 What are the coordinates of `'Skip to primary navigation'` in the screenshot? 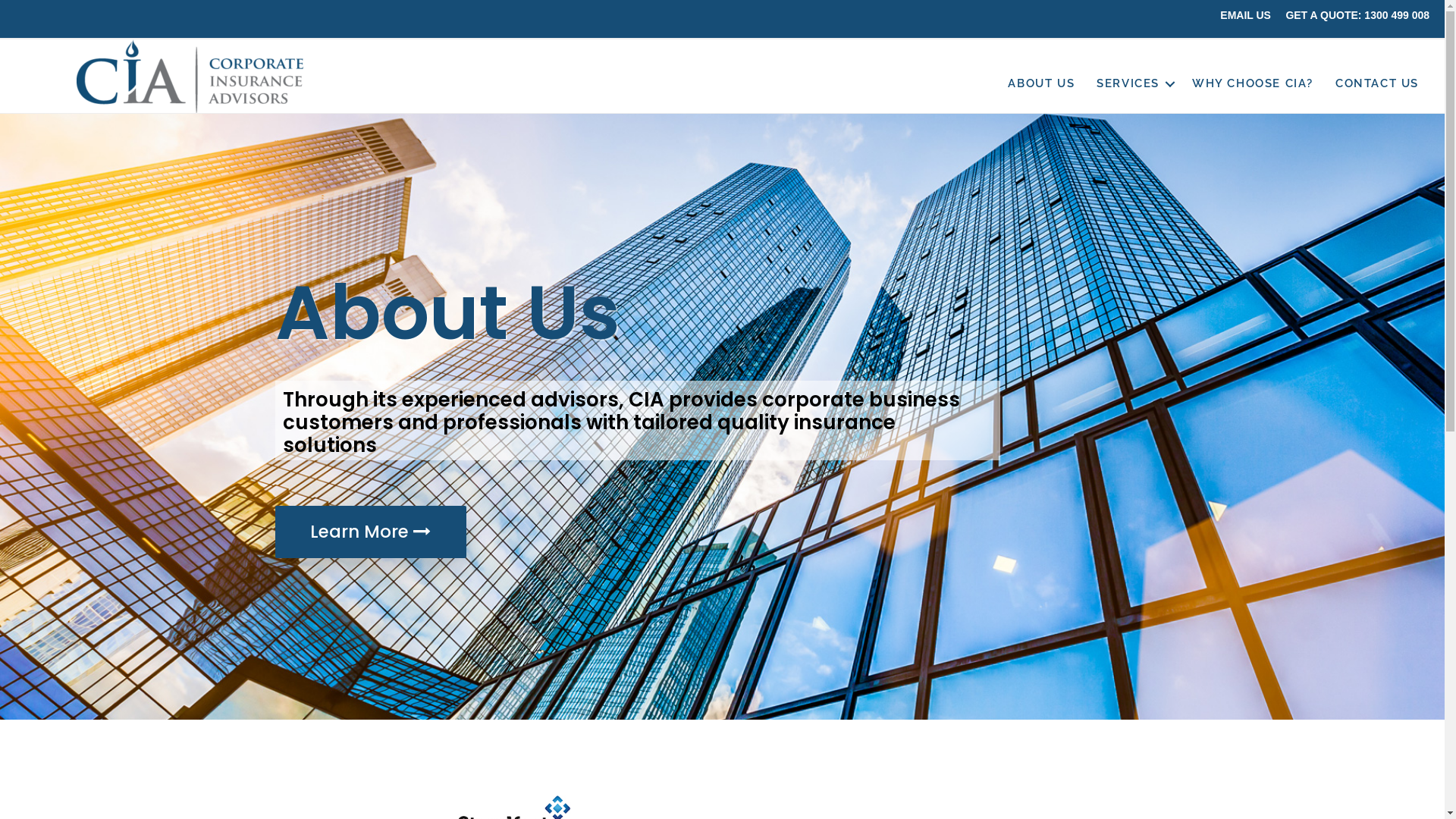 It's located at (0, 0).